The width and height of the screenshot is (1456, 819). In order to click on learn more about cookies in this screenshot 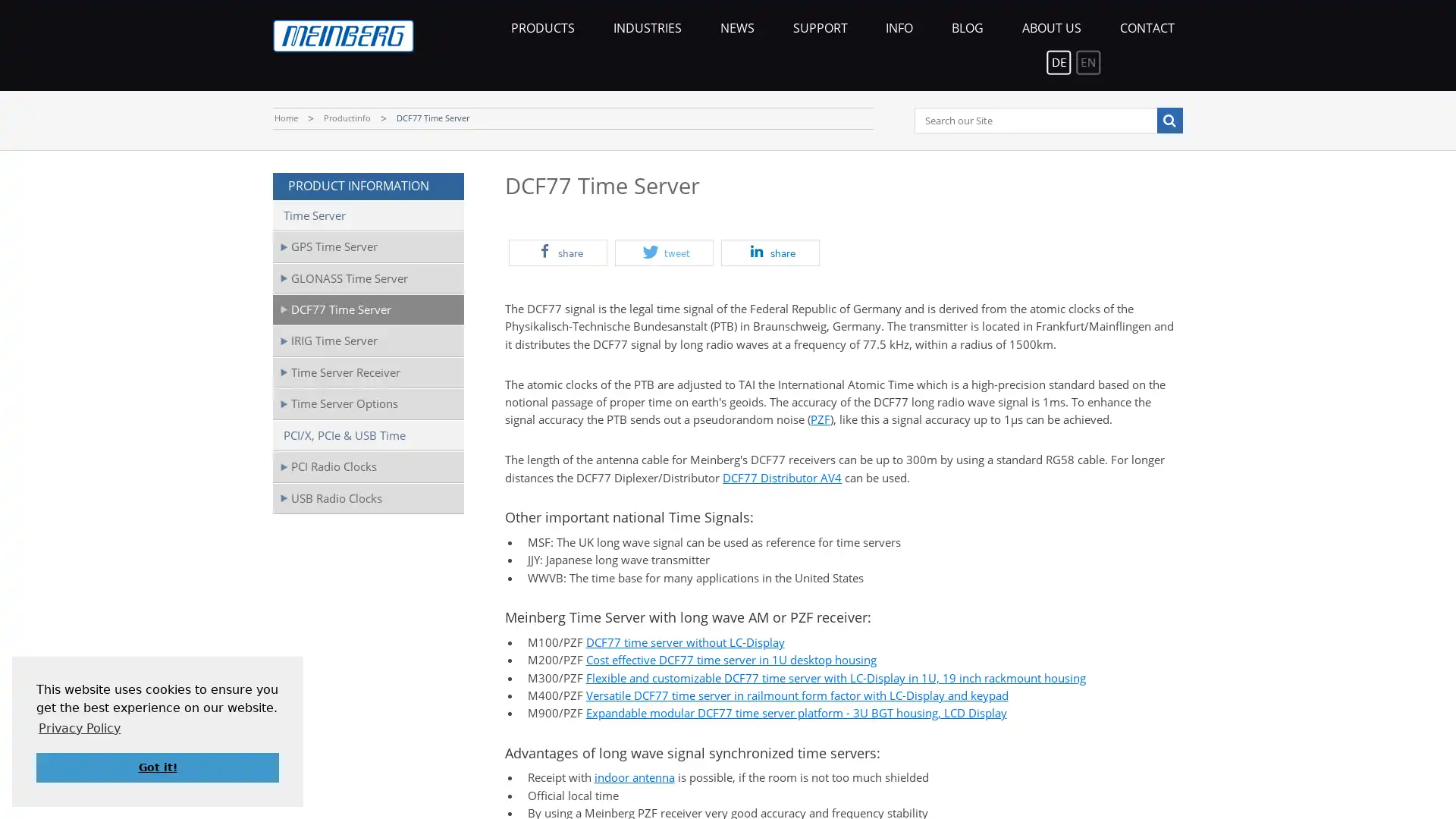, I will do `click(79, 727)`.